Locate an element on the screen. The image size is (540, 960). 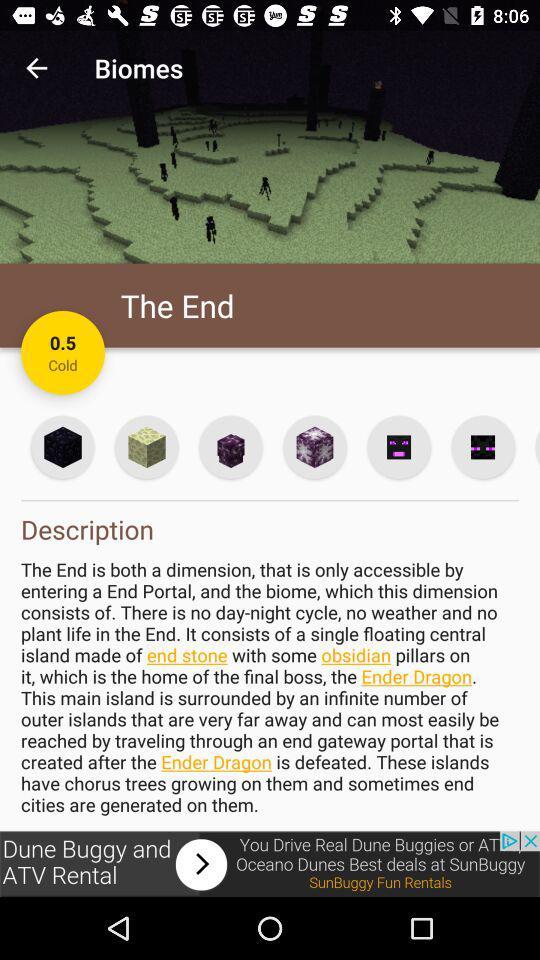
the book icon is located at coordinates (145, 447).